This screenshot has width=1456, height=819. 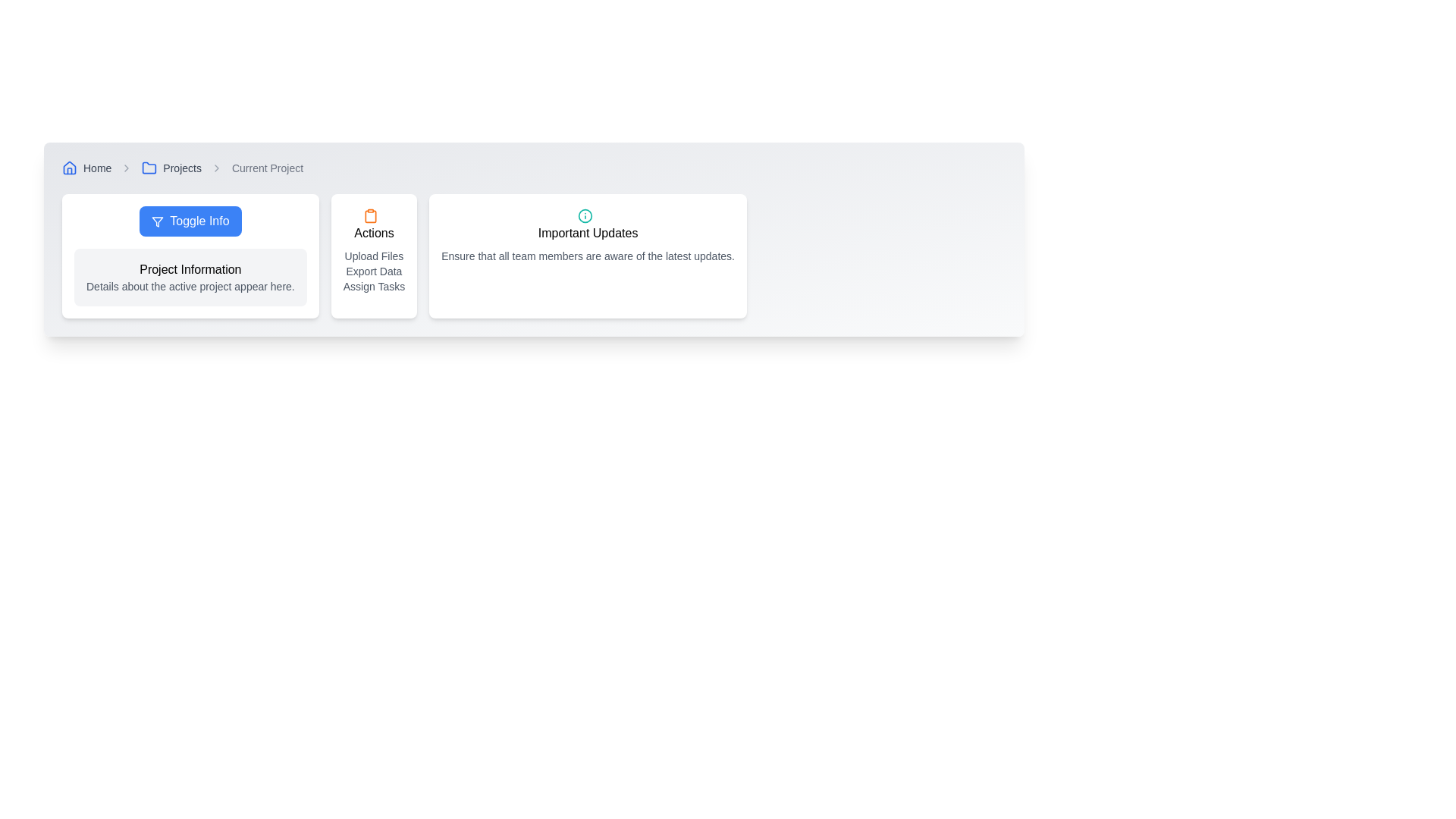 What do you see at coordinates (149, 168) in the screenshot?
I see `the folder icon located in the breadcrumb navigation bar, positioned between the 'Home' icon and the 'Projects' text, to interact with the associated folder` at bounding box center [149, 168].